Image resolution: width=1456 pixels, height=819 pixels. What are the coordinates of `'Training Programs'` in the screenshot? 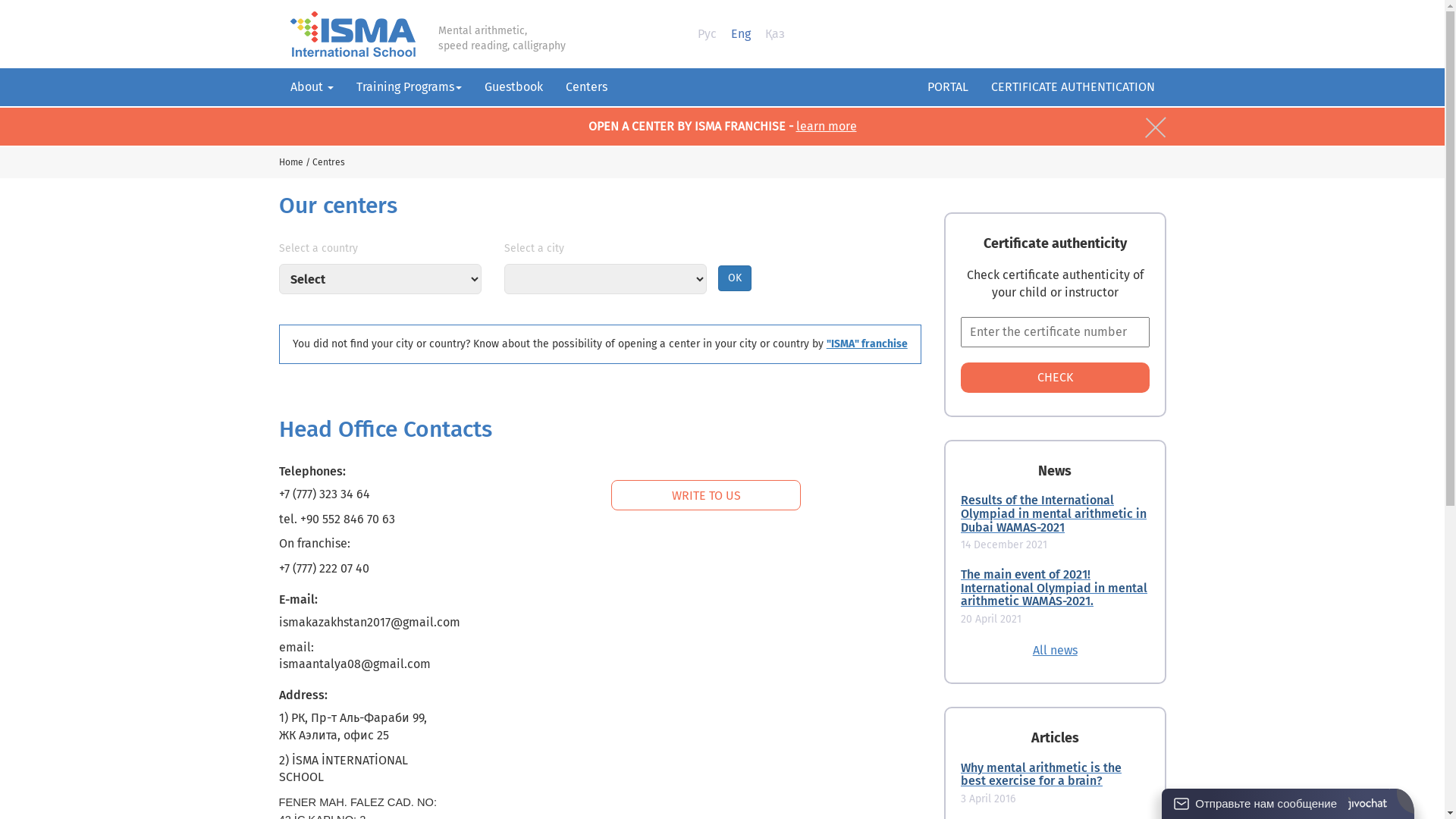 It's located at (408, 87).